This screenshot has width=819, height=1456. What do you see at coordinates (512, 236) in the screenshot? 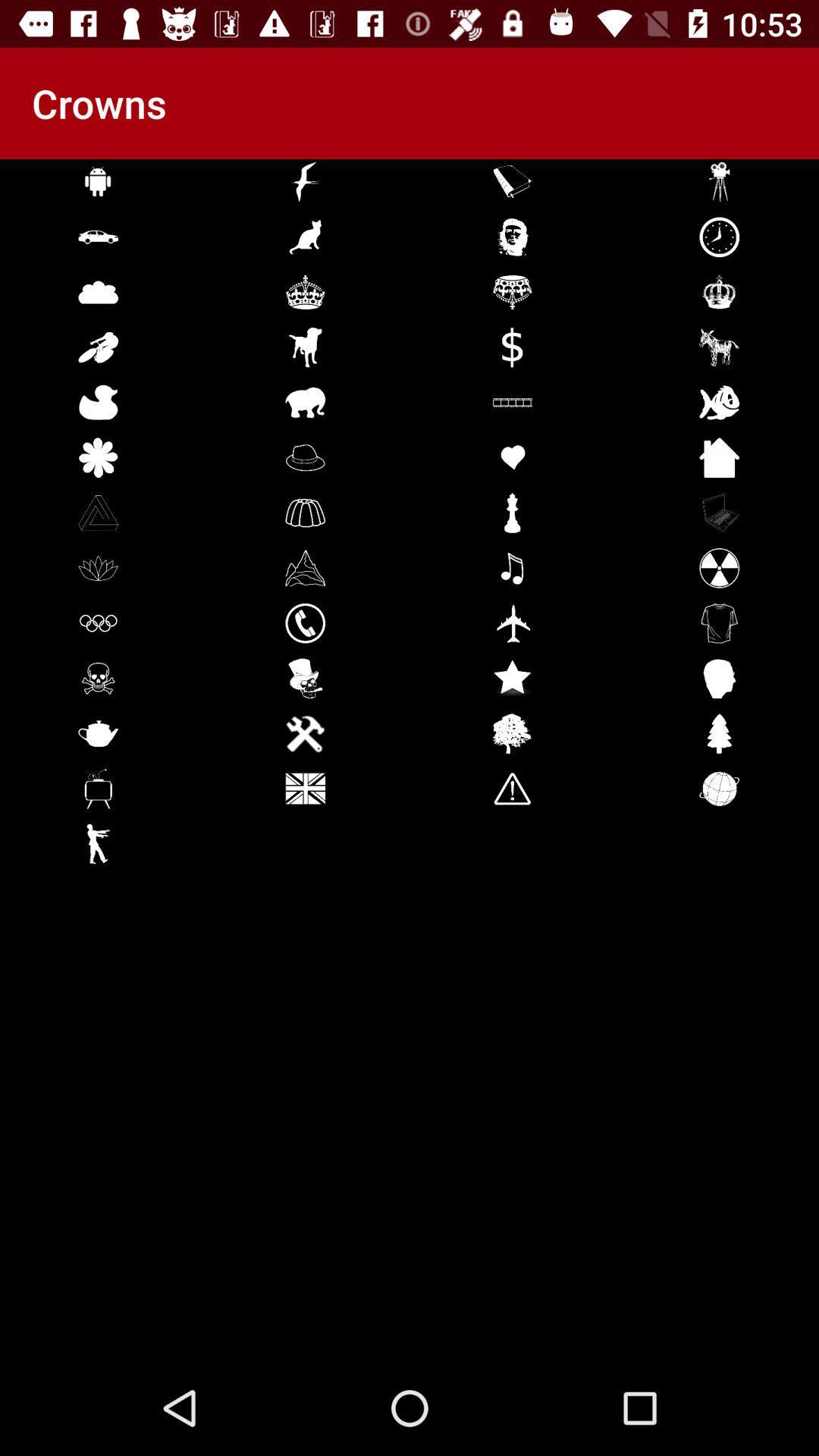
I see `the third icon in the second row` at bounding box center [512, 236].